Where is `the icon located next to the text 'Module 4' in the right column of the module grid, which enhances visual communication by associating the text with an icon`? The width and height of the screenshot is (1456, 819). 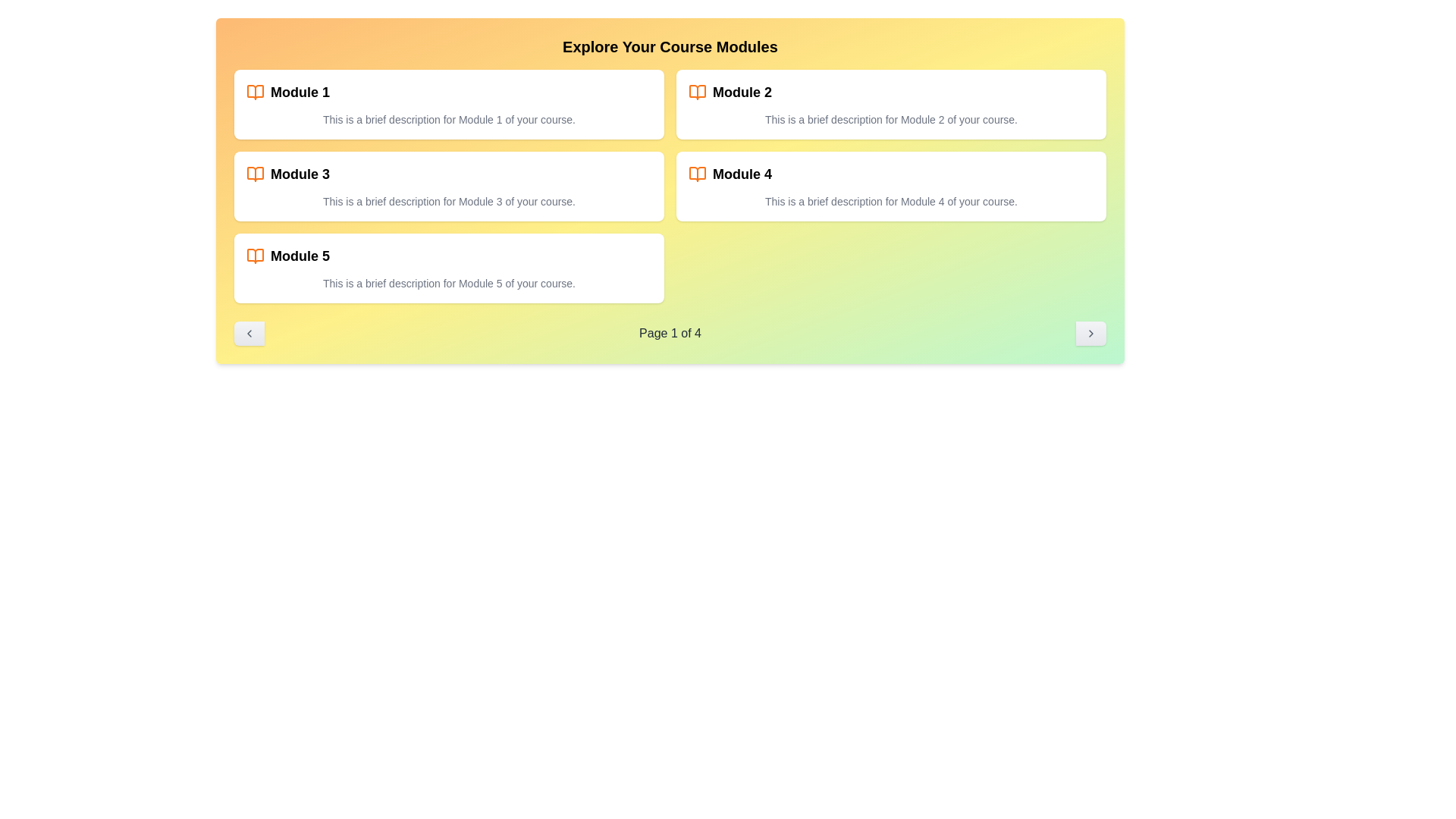
the icon located next to the text 'Module 4' in the right column of the module grid, which enhances visual communication by associating the text with an icon is located at coordinates (697, 174).